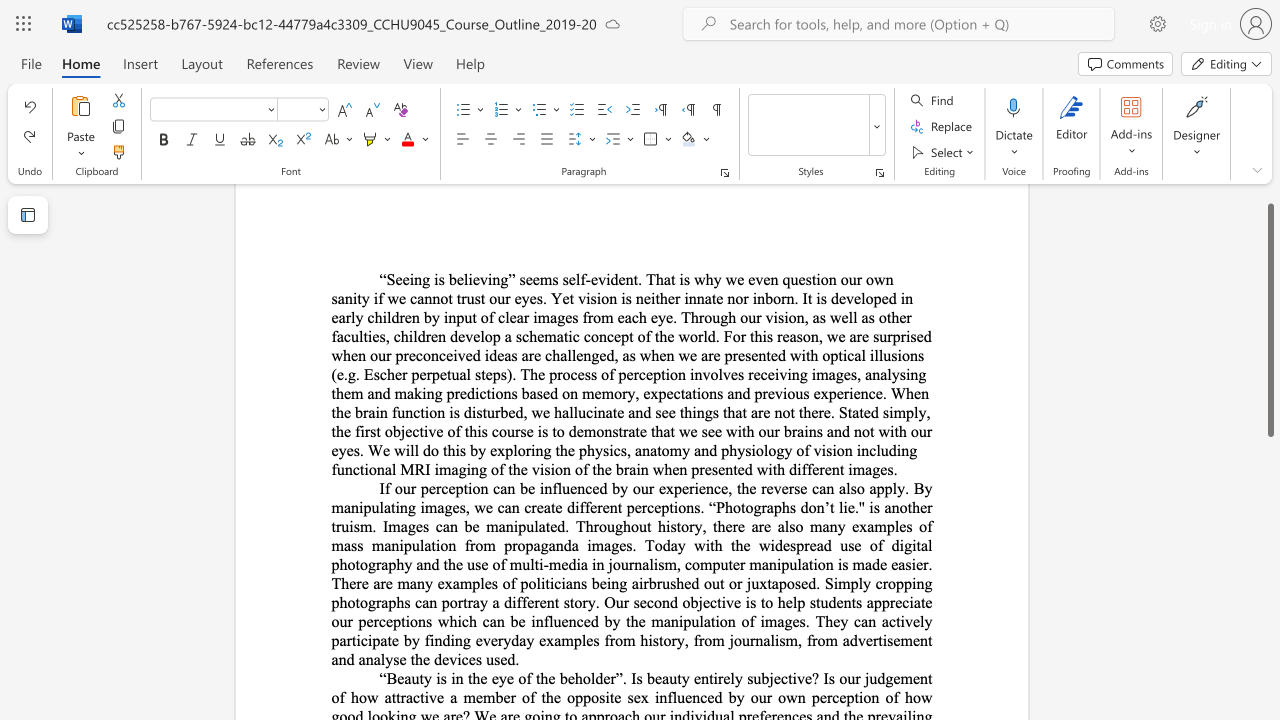 The width and height of the screenshot is (1280, 720). What do you see at coordinates (1269, 319) in the screenshot?
I see `the scrollbar and move down 110 pixels` at bounding box center [1269, 319].